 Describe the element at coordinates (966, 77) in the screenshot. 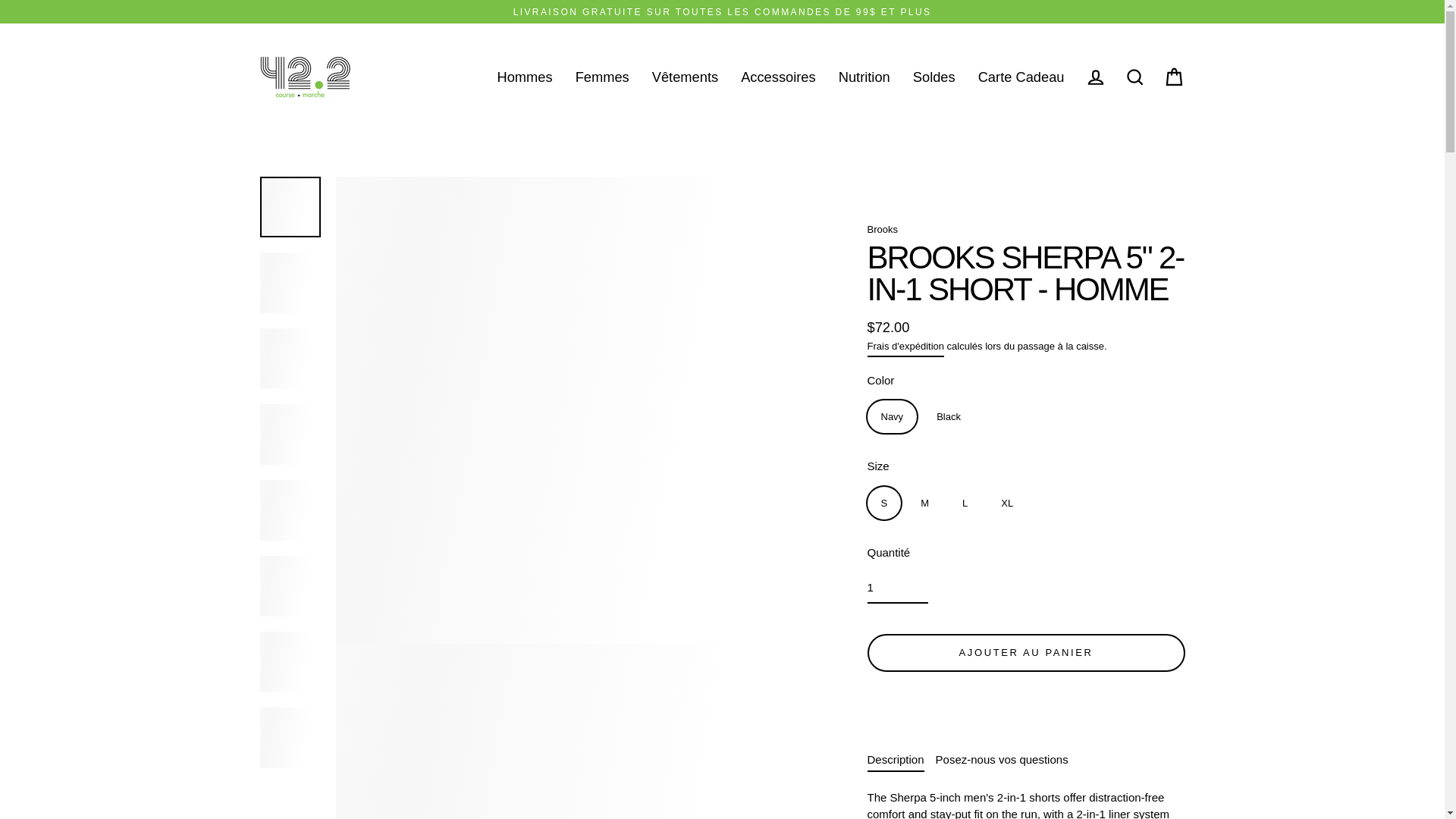

I see `'Carte Cadeau'` at that location.